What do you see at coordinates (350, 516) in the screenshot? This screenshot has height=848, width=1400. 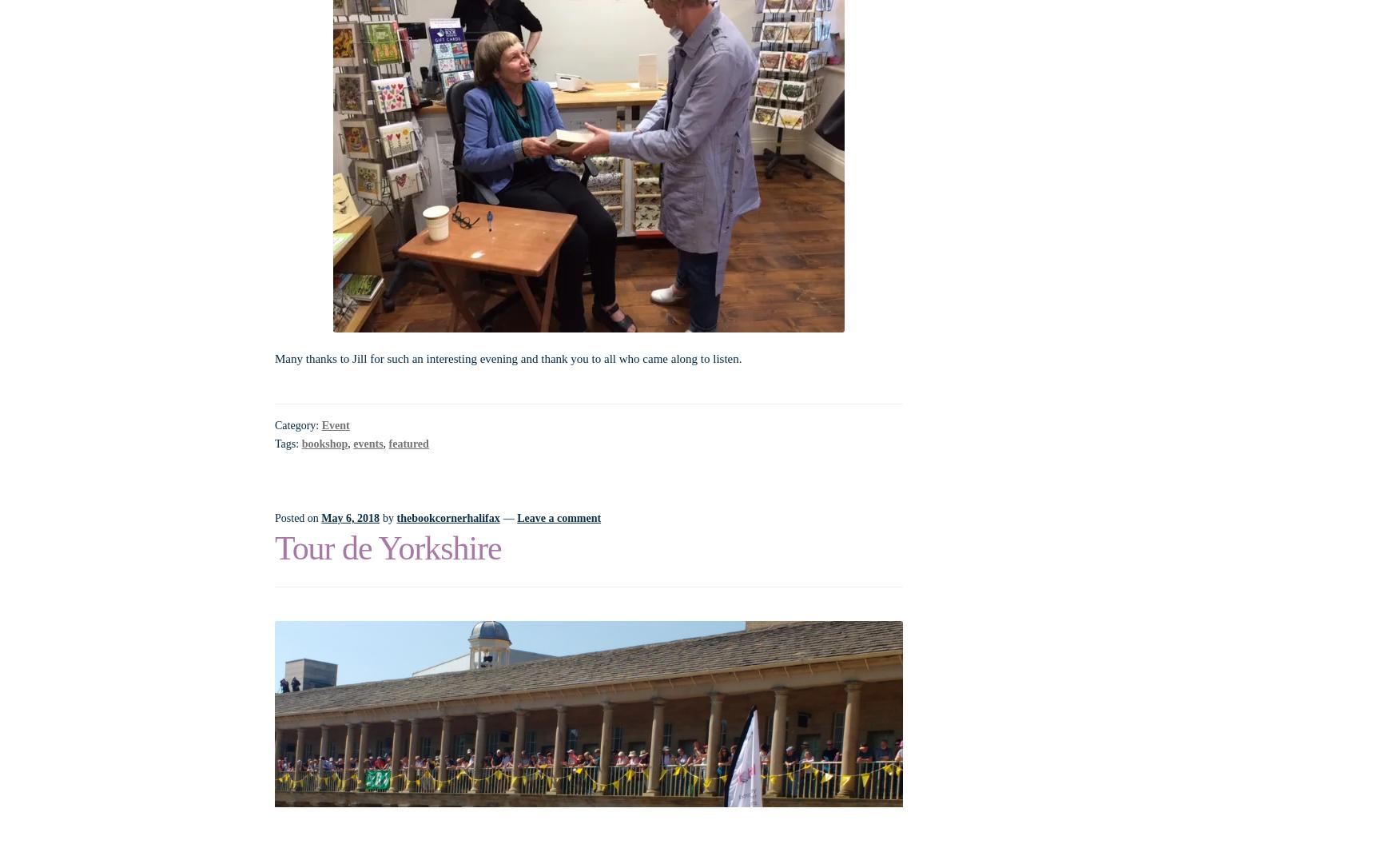 I see `'May 6, 2018'` at bounding box center [350, 516].